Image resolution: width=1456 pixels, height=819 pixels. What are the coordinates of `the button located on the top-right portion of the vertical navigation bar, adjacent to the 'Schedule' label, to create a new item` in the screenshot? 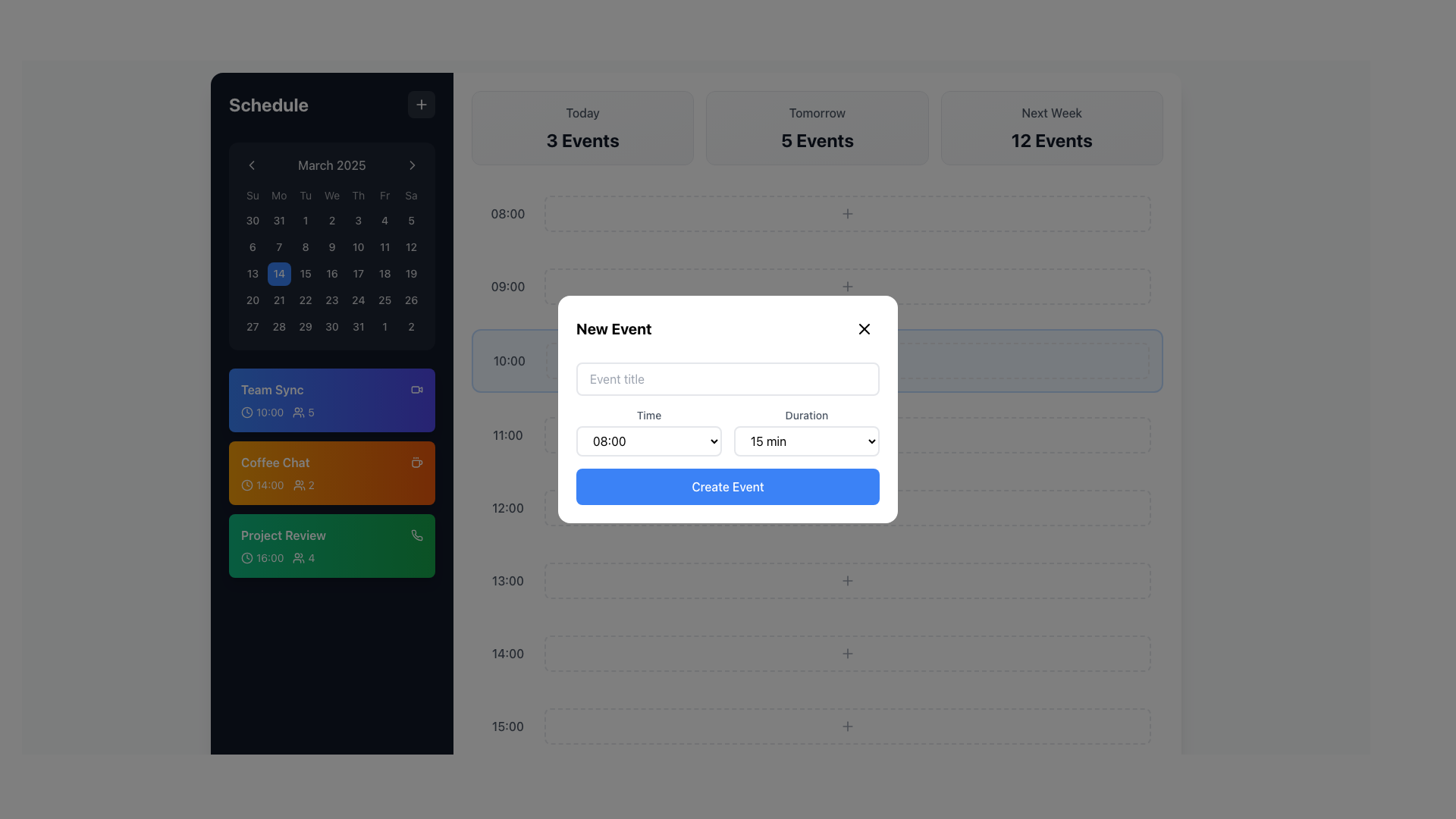 It's located at (422, 104).